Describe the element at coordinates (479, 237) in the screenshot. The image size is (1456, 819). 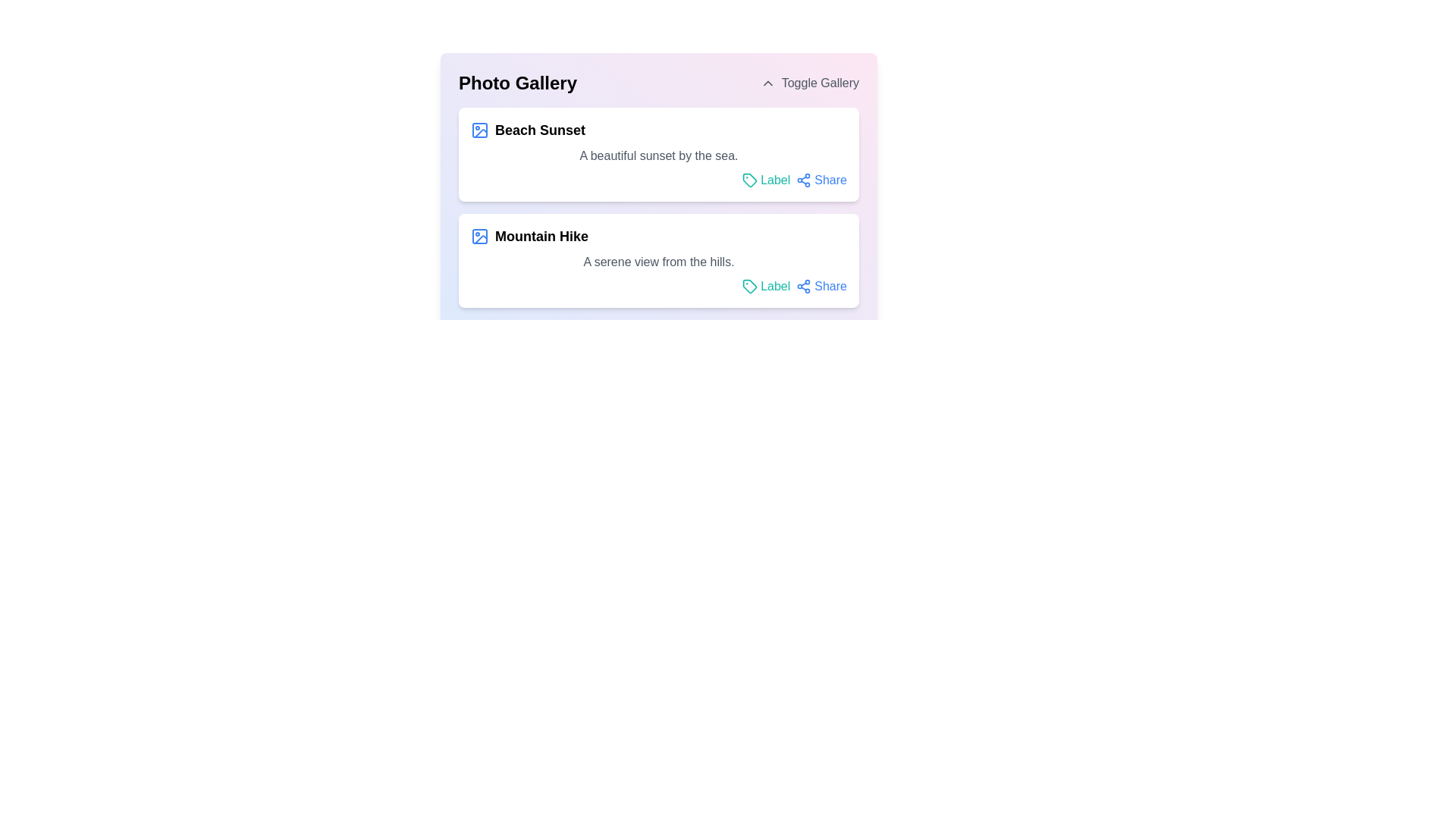
I see `the function of the icon resembling a picture frame located to the left of the text 'Mountain Hike' in the 'Photo Gallery' list` at that location.